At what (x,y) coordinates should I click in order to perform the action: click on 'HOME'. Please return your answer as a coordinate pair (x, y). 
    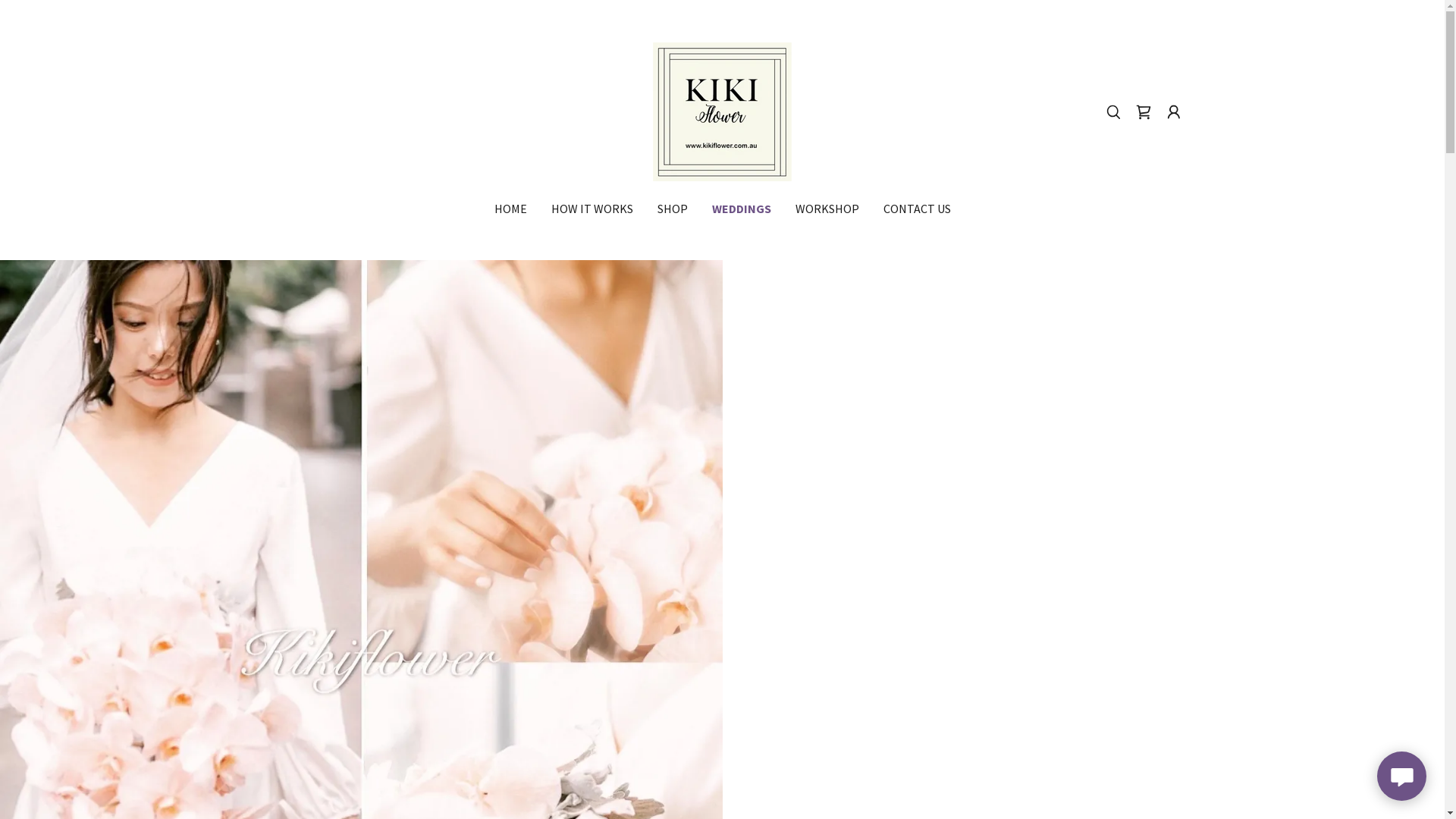
    Looking at the image, I should click on (510, 208).